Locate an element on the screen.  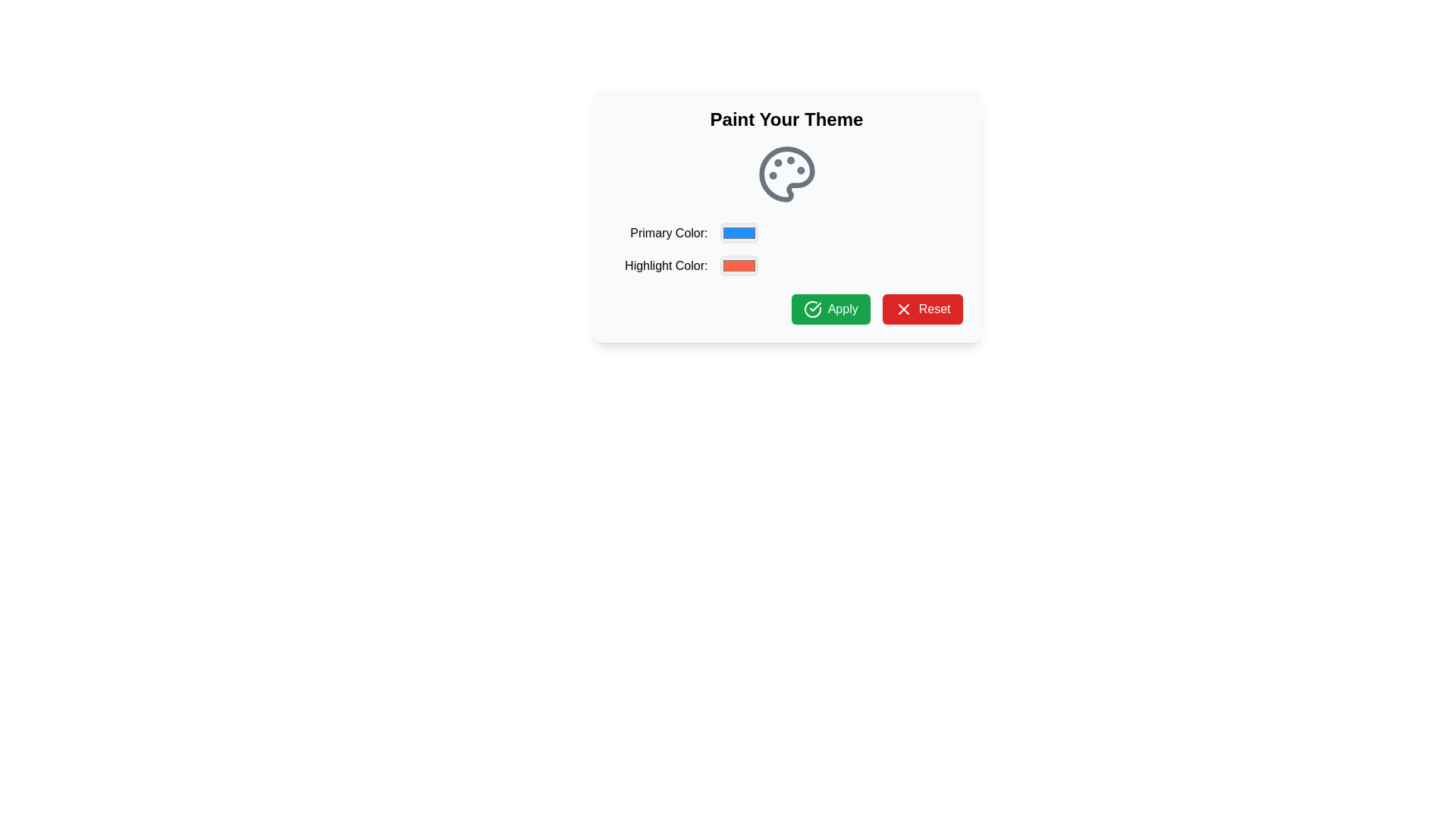
the color input field located to the right of the 'Highlight Color:' label is located at coordinates (739, 265).